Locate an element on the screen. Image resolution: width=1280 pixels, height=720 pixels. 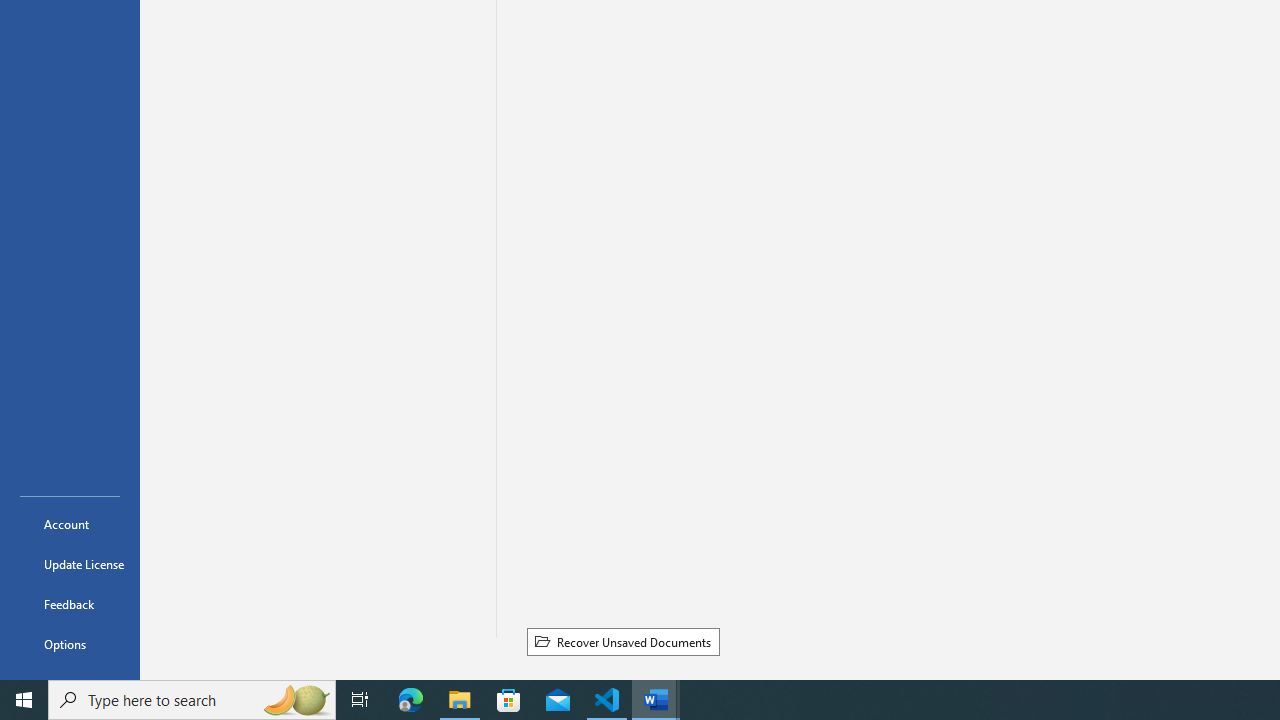
'Update License' is located at coordinates (69, 564).